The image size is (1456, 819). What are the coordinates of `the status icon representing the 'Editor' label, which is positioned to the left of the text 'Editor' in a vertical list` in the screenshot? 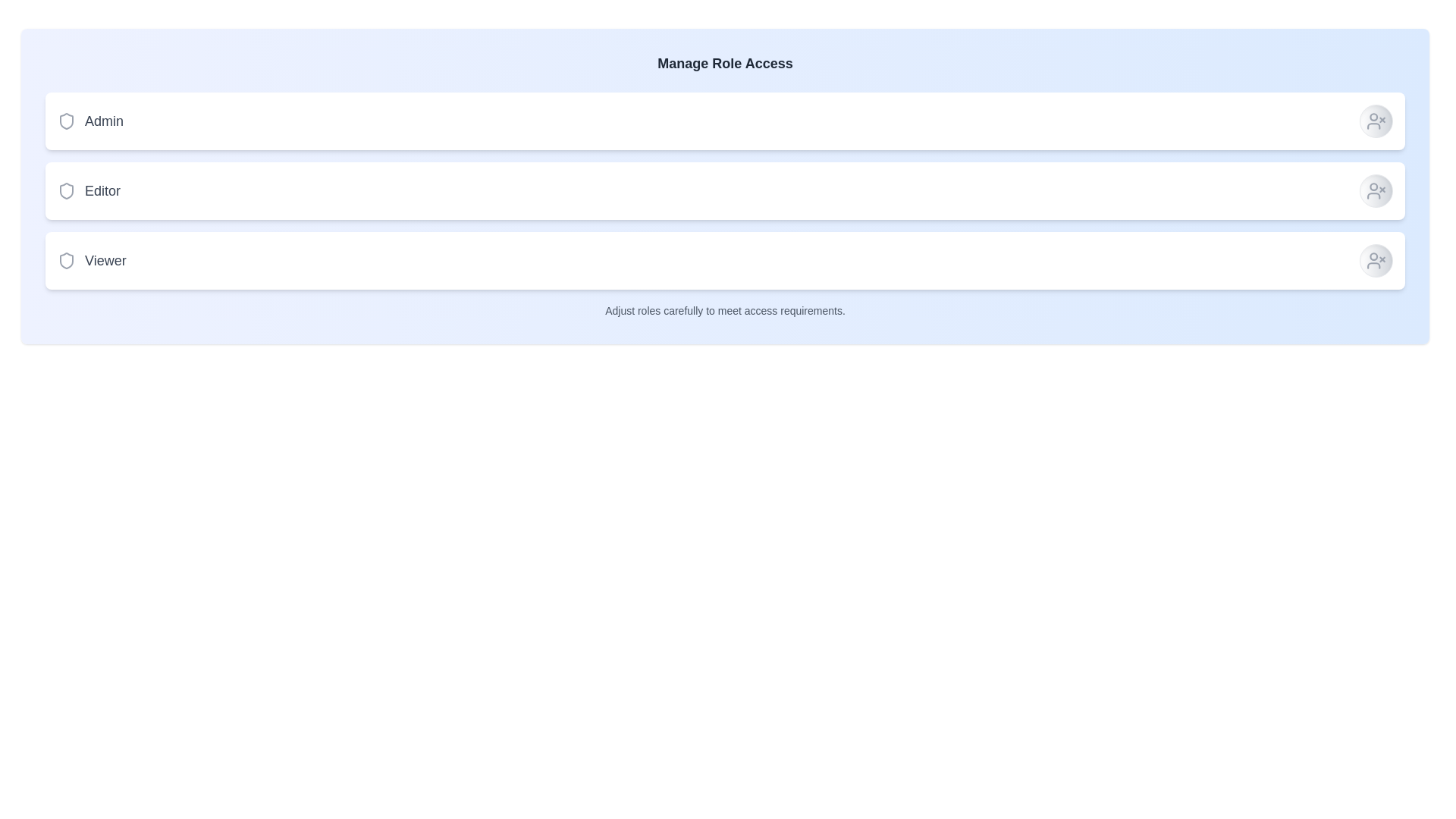 It's located at (65, 190).